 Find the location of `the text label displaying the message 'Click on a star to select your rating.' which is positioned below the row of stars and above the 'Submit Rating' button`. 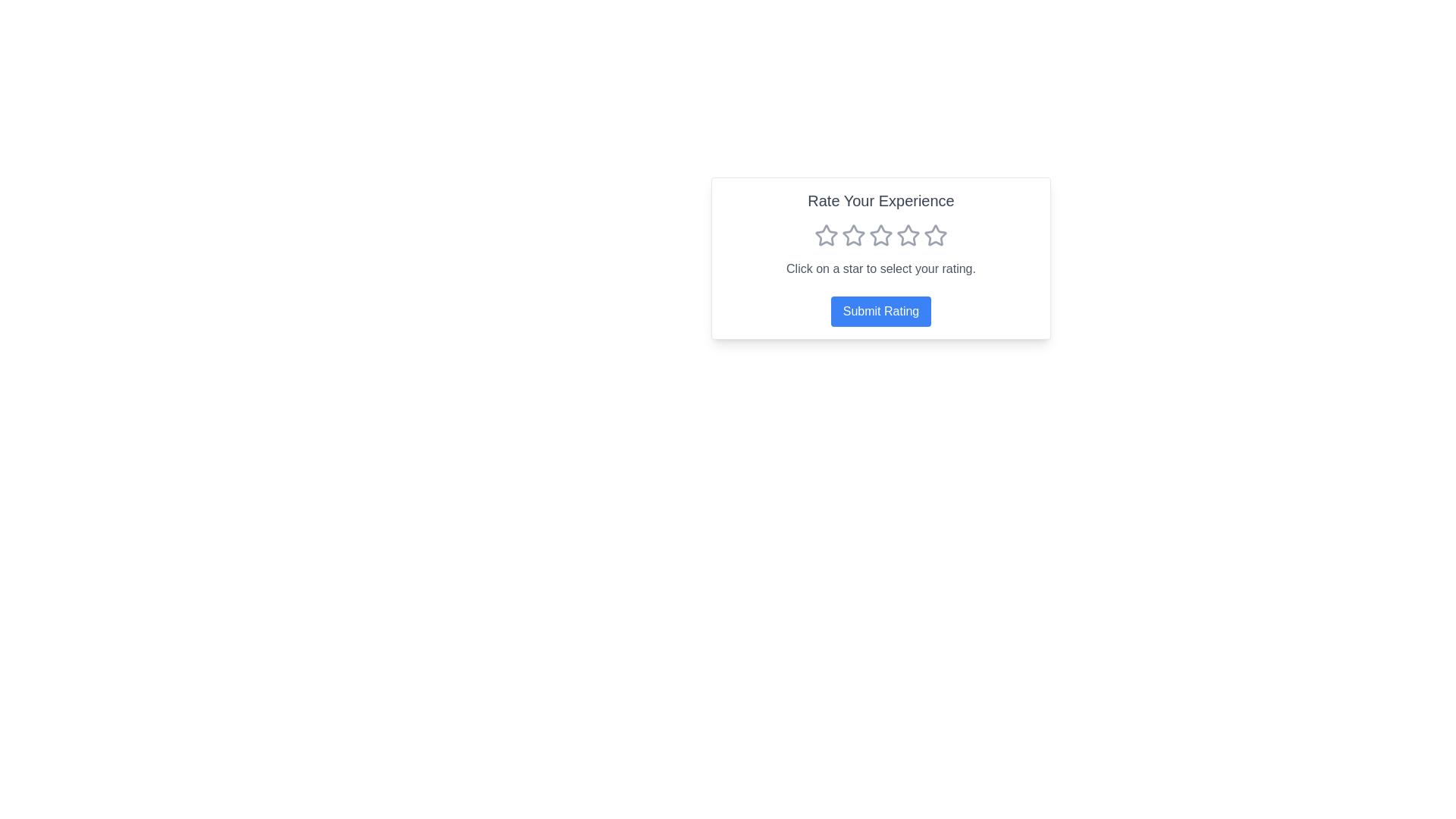

the text label displaying the message 'Click on a star to select your rating.' which is positioned below the row of stars and above the 'Submit Rating' button is located at coordinates (880, 268).